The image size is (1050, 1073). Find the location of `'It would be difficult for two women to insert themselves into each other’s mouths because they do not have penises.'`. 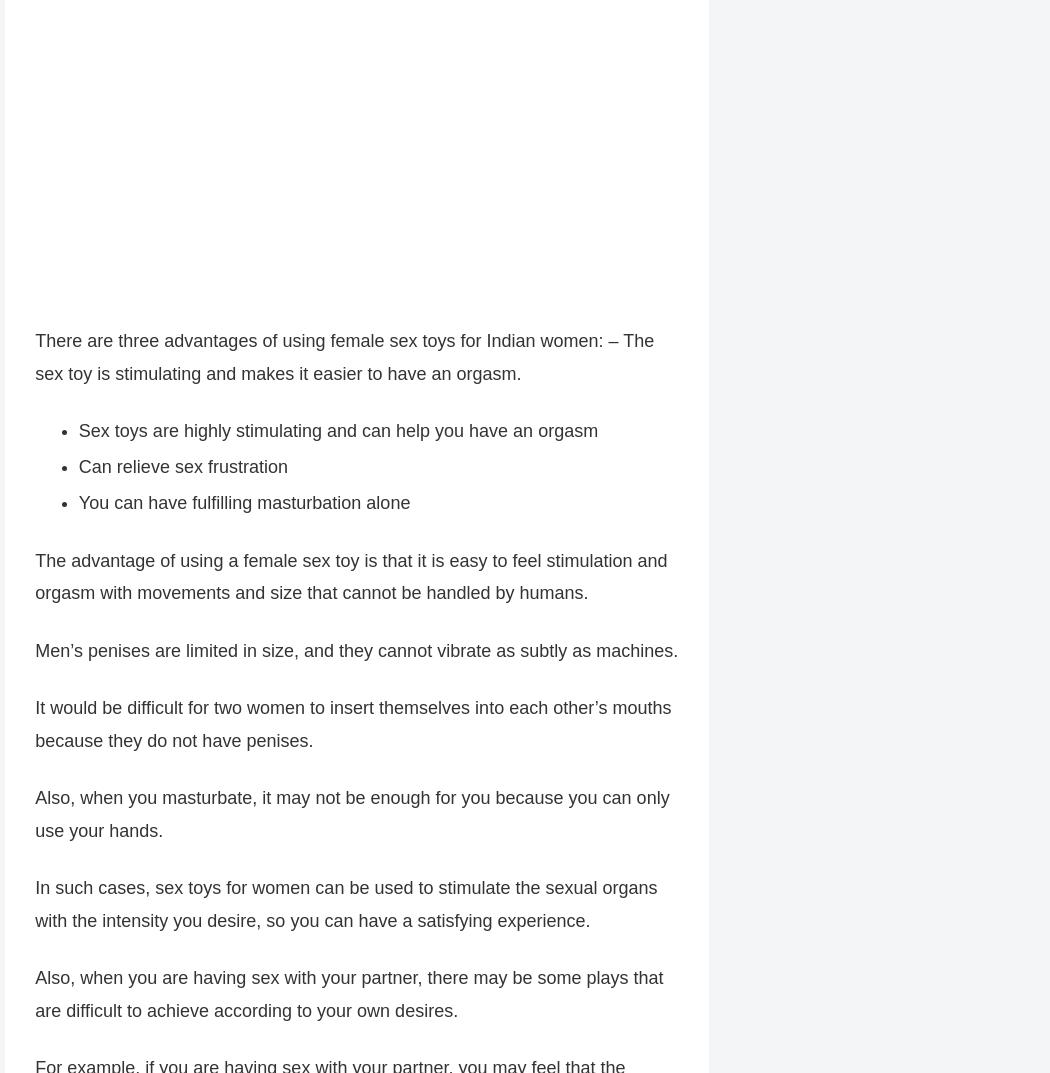

'It would be difficult for two women to insert themselves into each other’s mouths because they do not have penises.' is located at coordinates (352, 726).